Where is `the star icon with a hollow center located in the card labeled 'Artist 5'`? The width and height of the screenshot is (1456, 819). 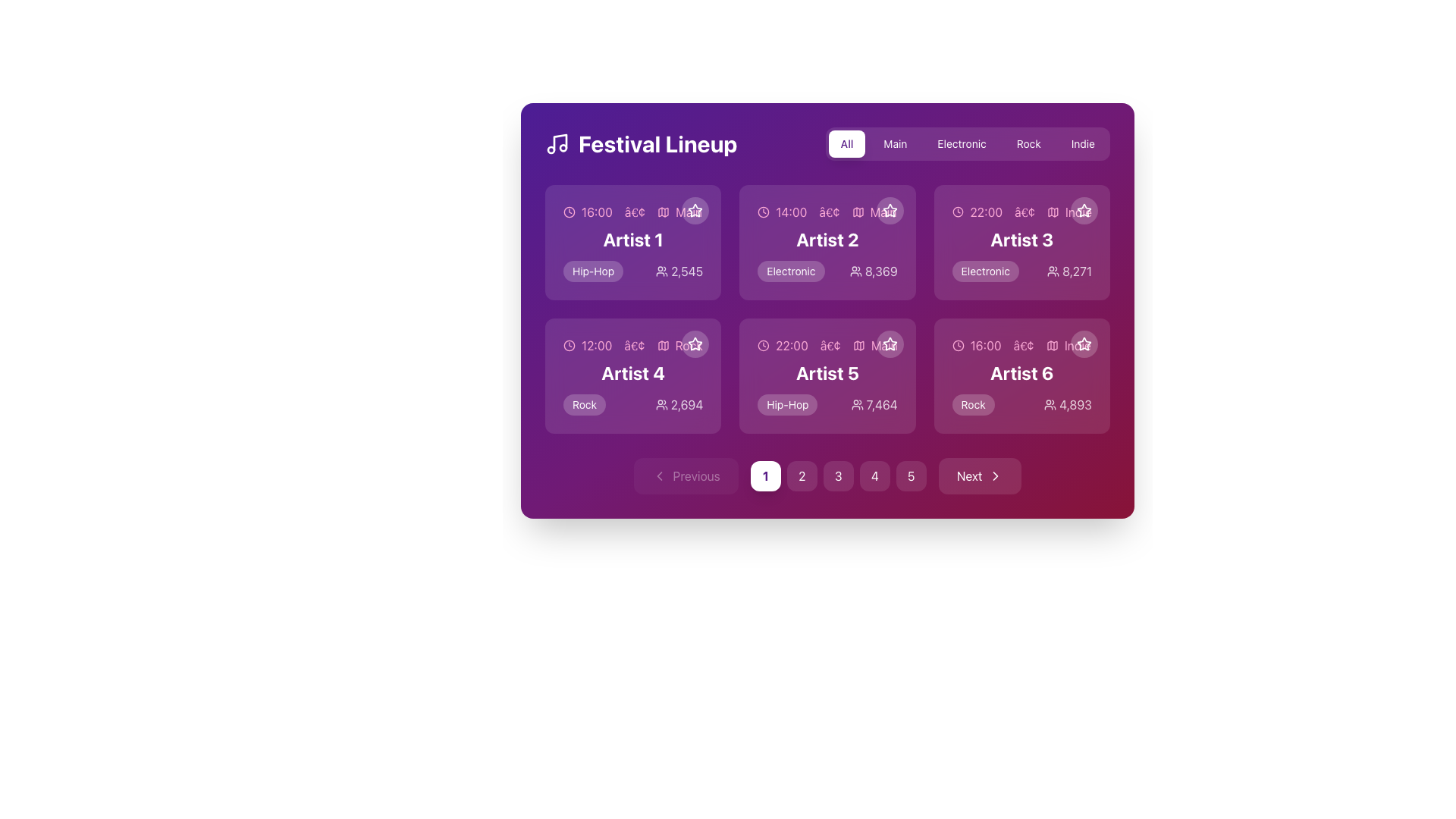
the star icon with a hollow center located in the card labeled 'Artist 5' is located at coordinates (890, 344).